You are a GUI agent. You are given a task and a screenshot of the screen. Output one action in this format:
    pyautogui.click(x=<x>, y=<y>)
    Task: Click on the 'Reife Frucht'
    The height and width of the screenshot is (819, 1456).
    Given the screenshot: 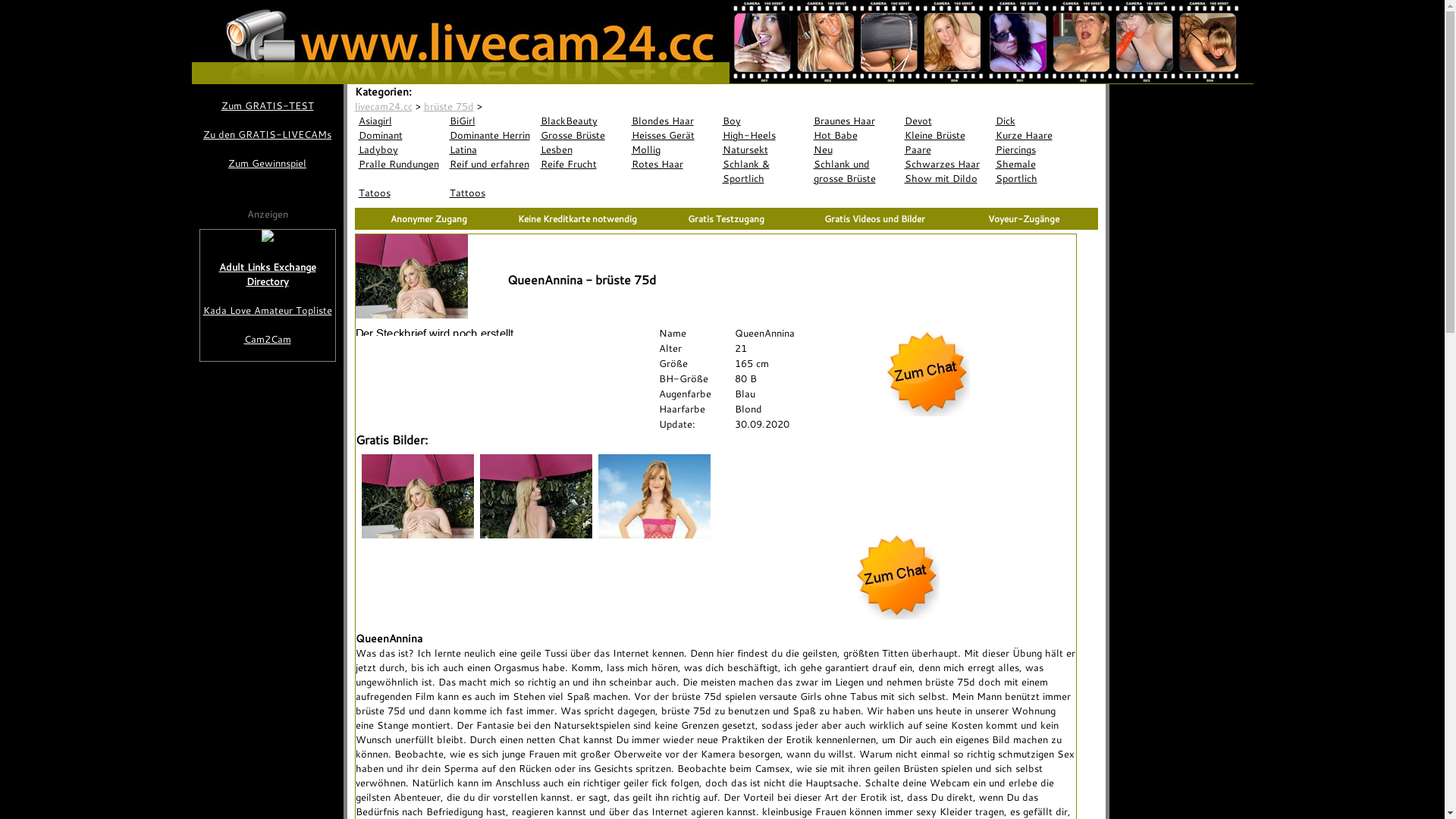 What is the action you would take?
    pyautogui.click(x=537, y=164)
    